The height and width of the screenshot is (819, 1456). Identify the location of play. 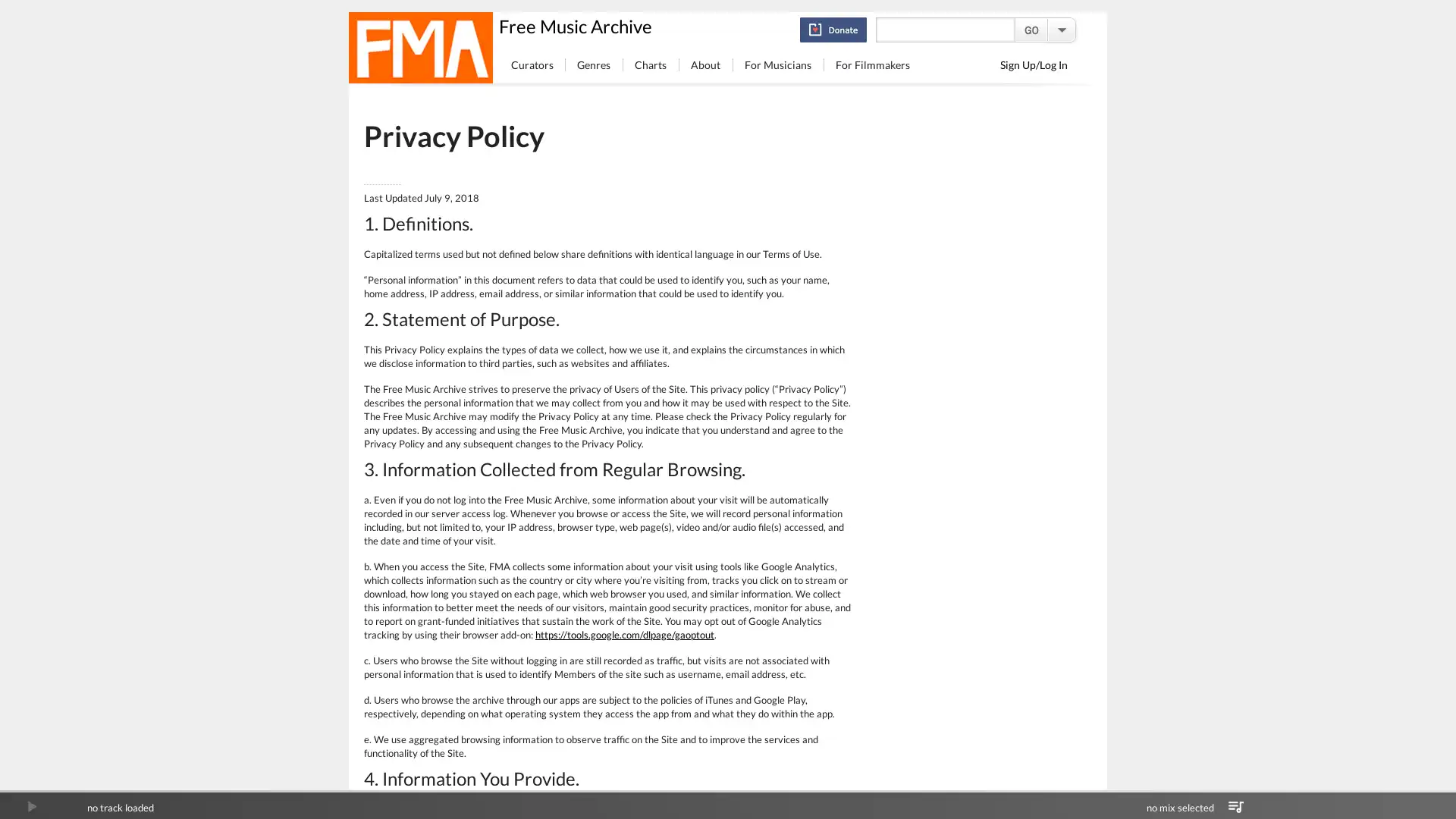
(31, 806).